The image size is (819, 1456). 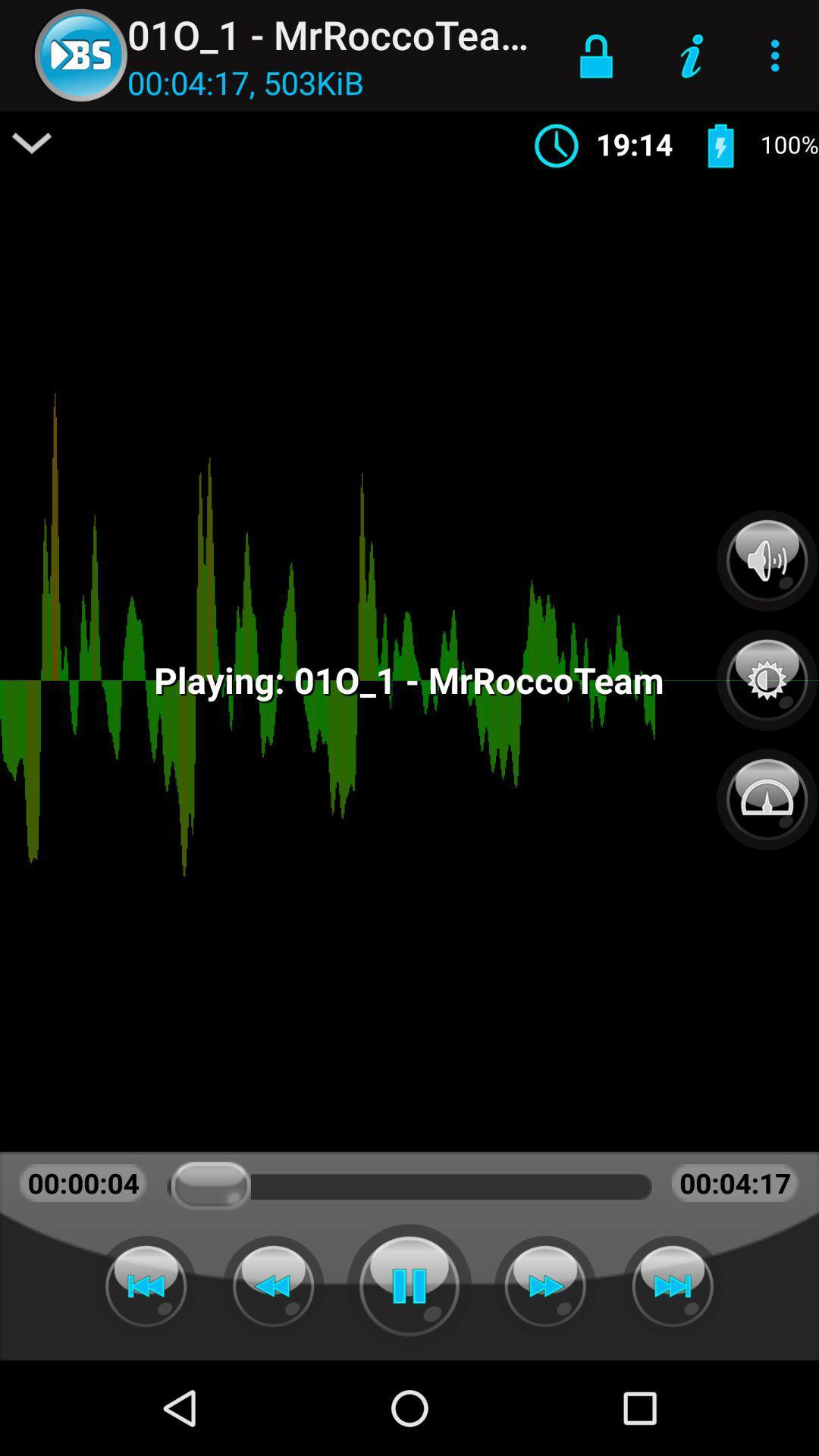 What do you see at coordinates (146, 1285) in the screenshot?
I see `the av_rewind icon` at bounding box center [146, 1285].